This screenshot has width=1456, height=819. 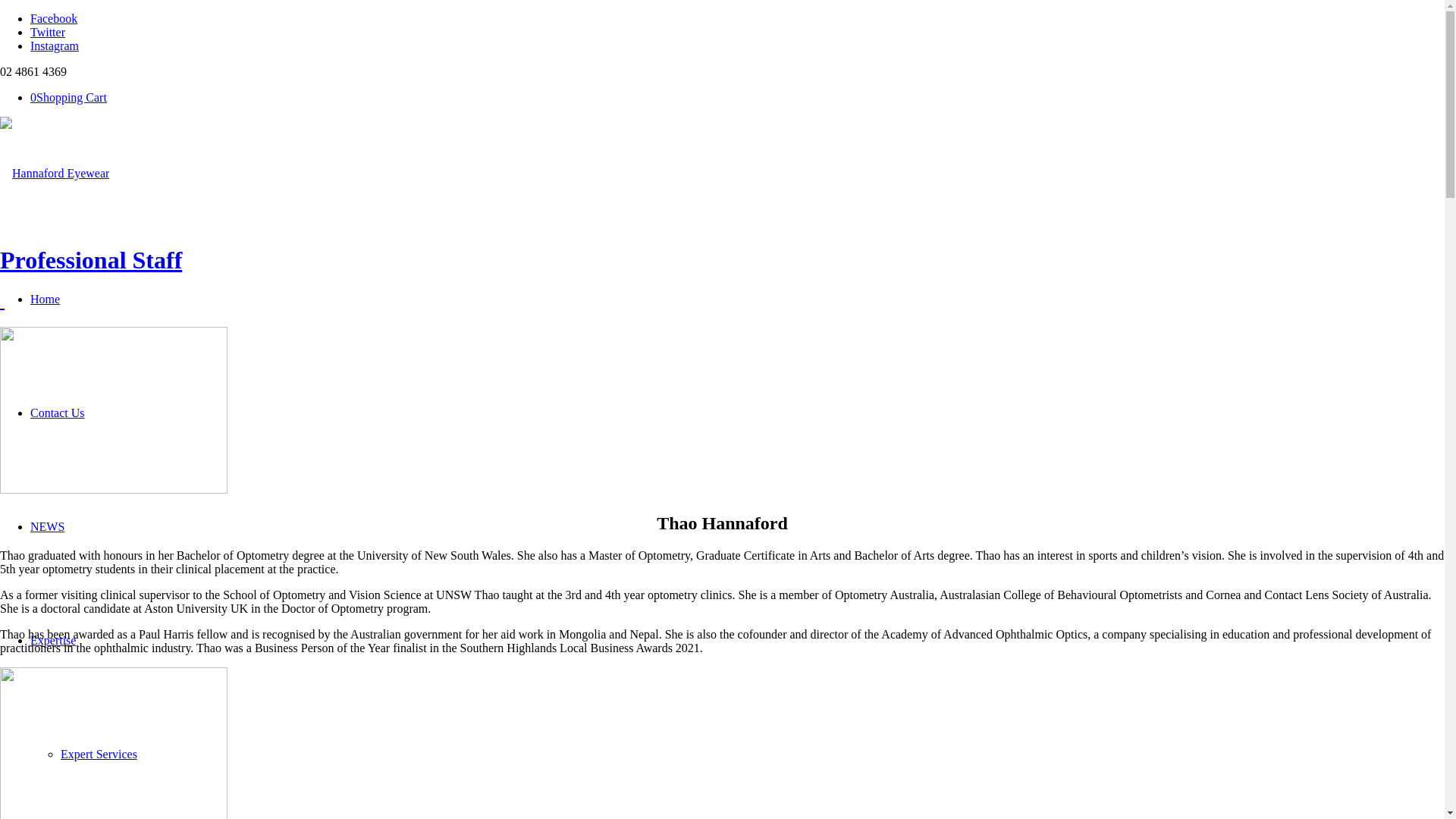 I want to click on 'Instagram', so click(x=30, y=45).